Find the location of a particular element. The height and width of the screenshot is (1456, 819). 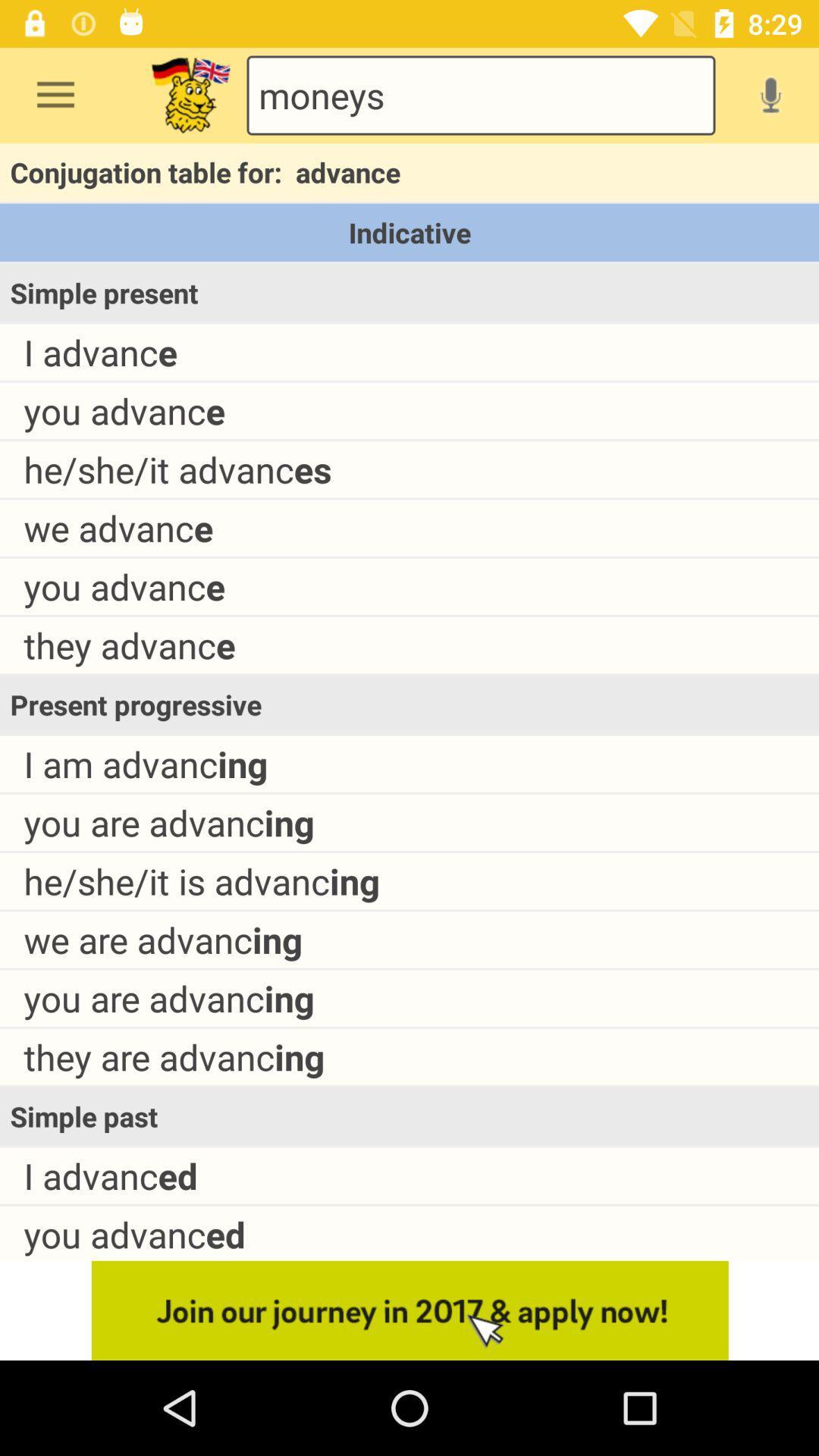

do a vocal search is located at coordinates (770, 94).